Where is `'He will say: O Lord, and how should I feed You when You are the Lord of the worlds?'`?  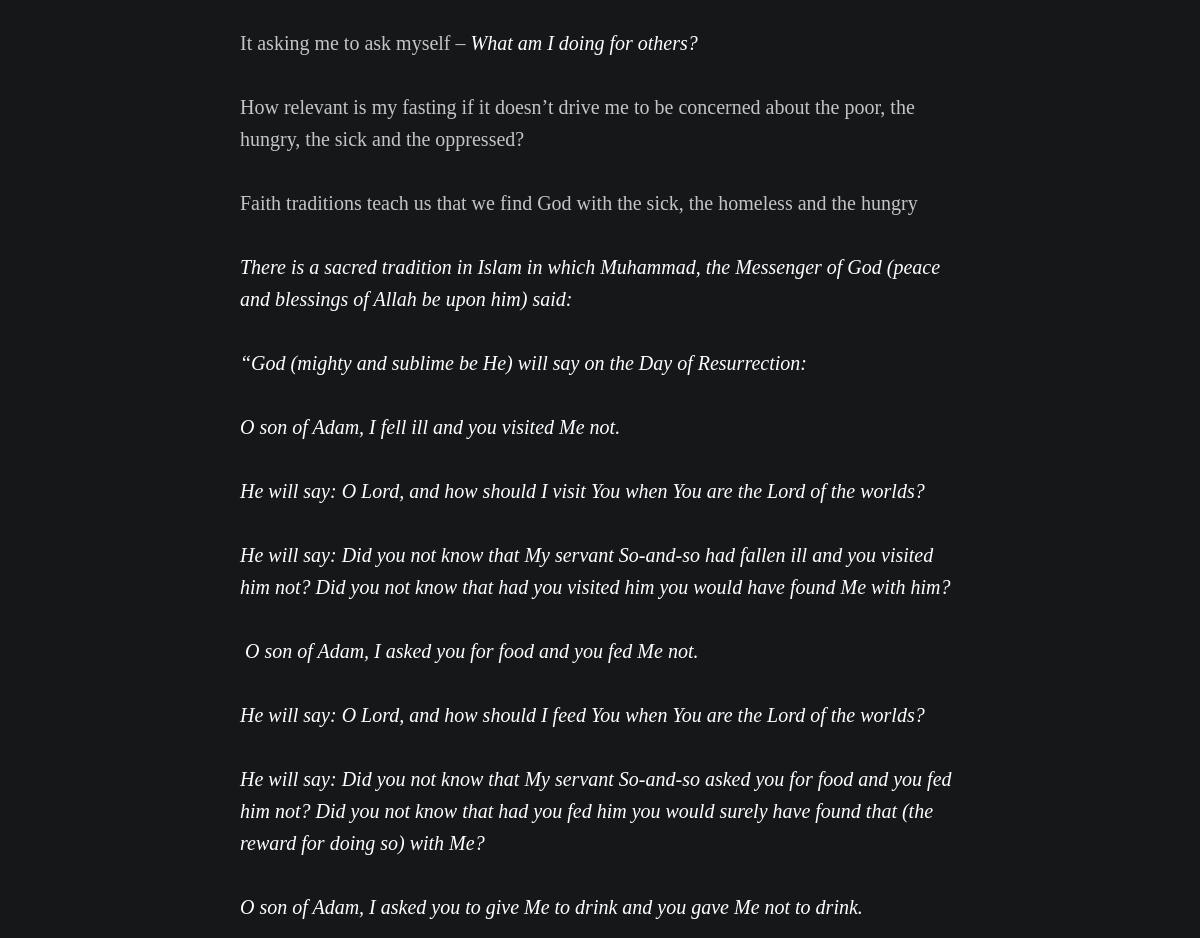 'He will say: O Lord, and how should I feed You when You are the Lord of the worlds?' is located at coordinates (581, 714).